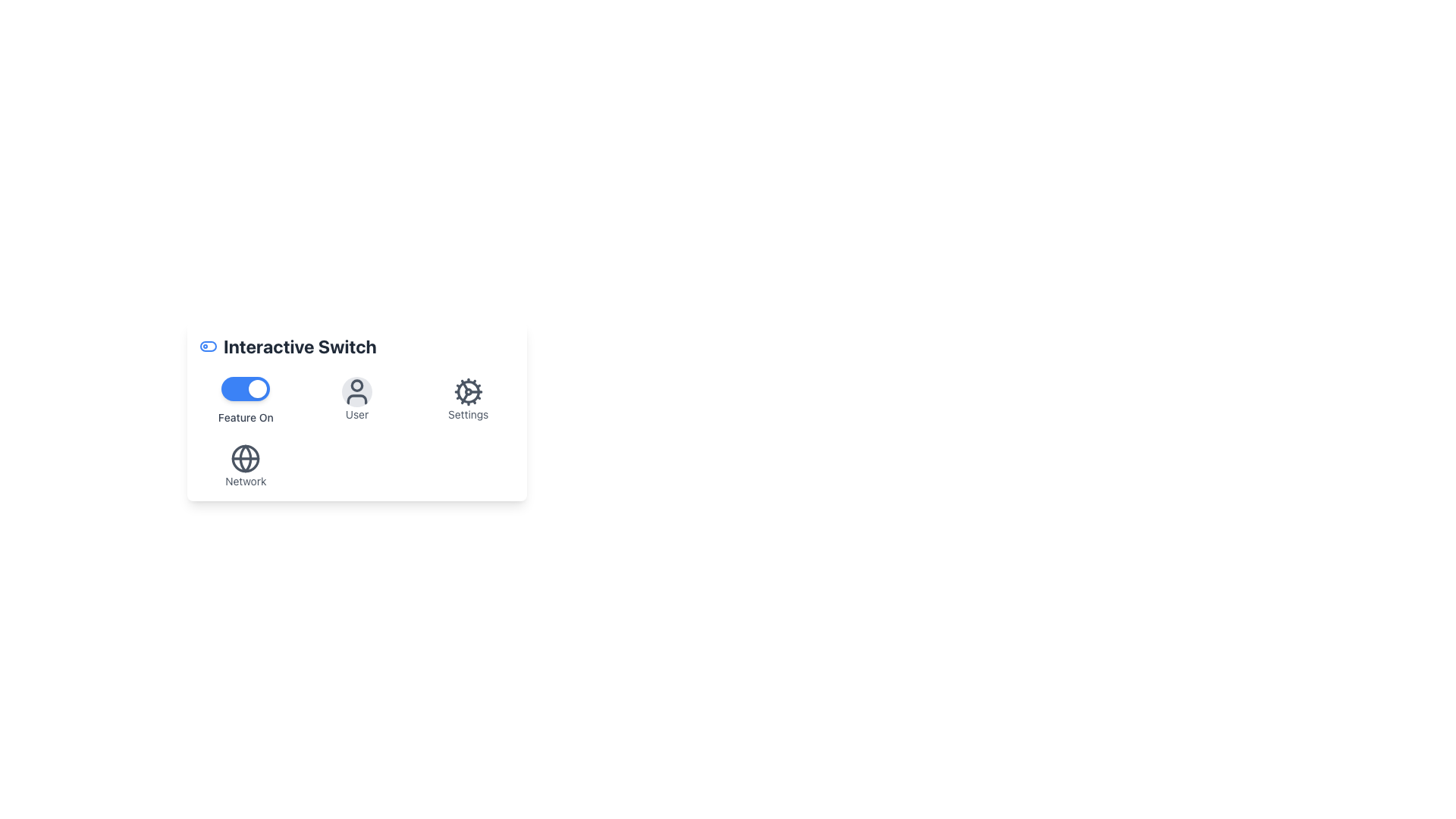 The width and height of the screenshot is (1456, 819). I want to click on the 'Settings' icon with a cogwheel and a gray text label, so click(467, 400).